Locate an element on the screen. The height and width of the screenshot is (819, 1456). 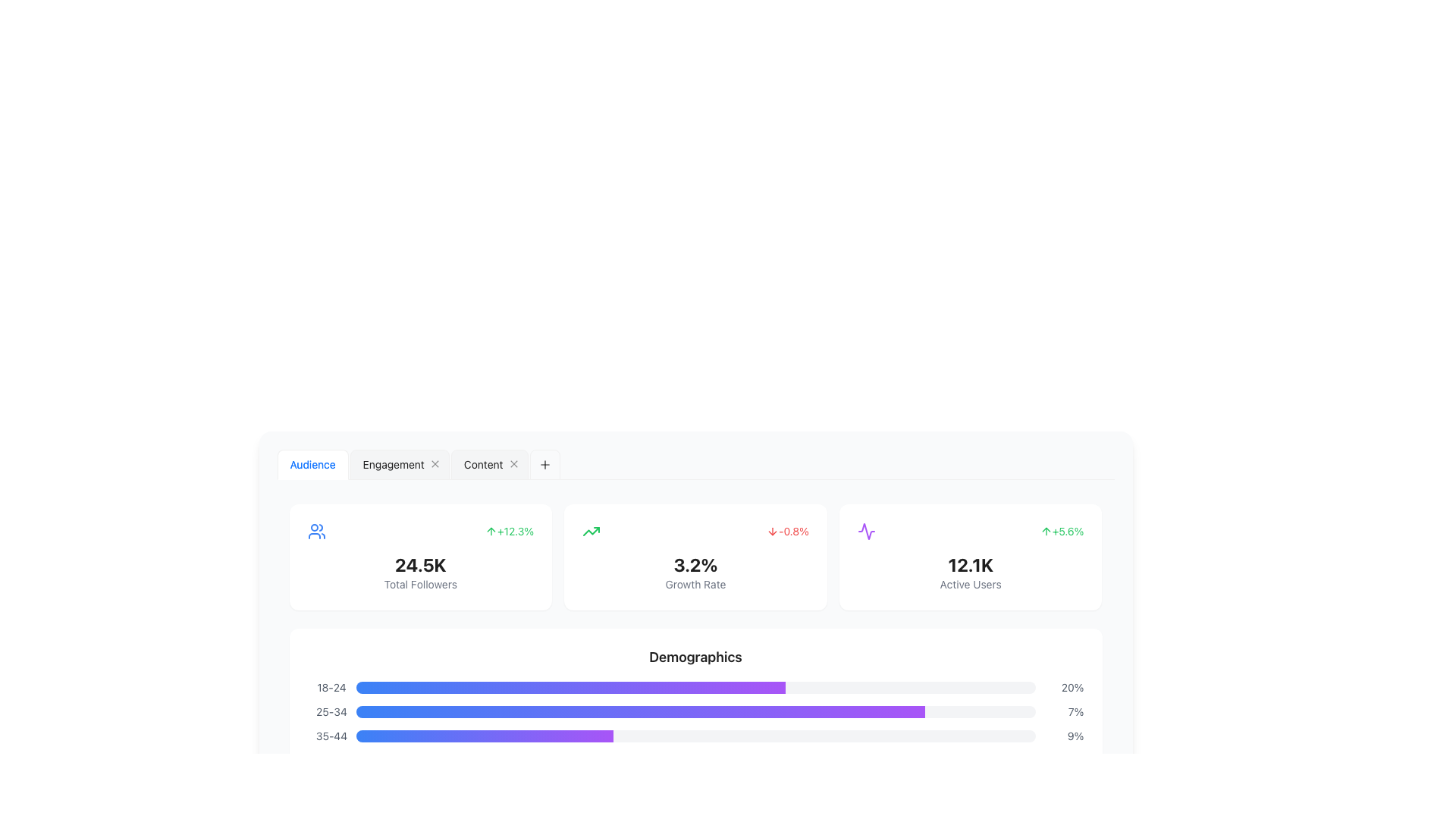
the horizontal progress bar that is light gray with a gradient from blue to purple, located centrally between the labels '45-54' and '12%' is located at coordinates (695, 760).